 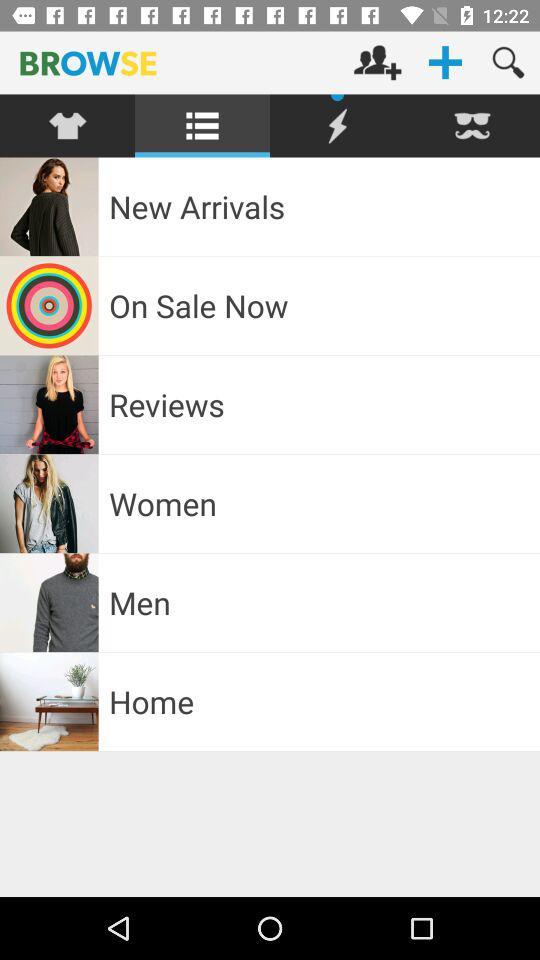 I want to click on the button on the left to the  button on the web page, so click(x=377, y=62).